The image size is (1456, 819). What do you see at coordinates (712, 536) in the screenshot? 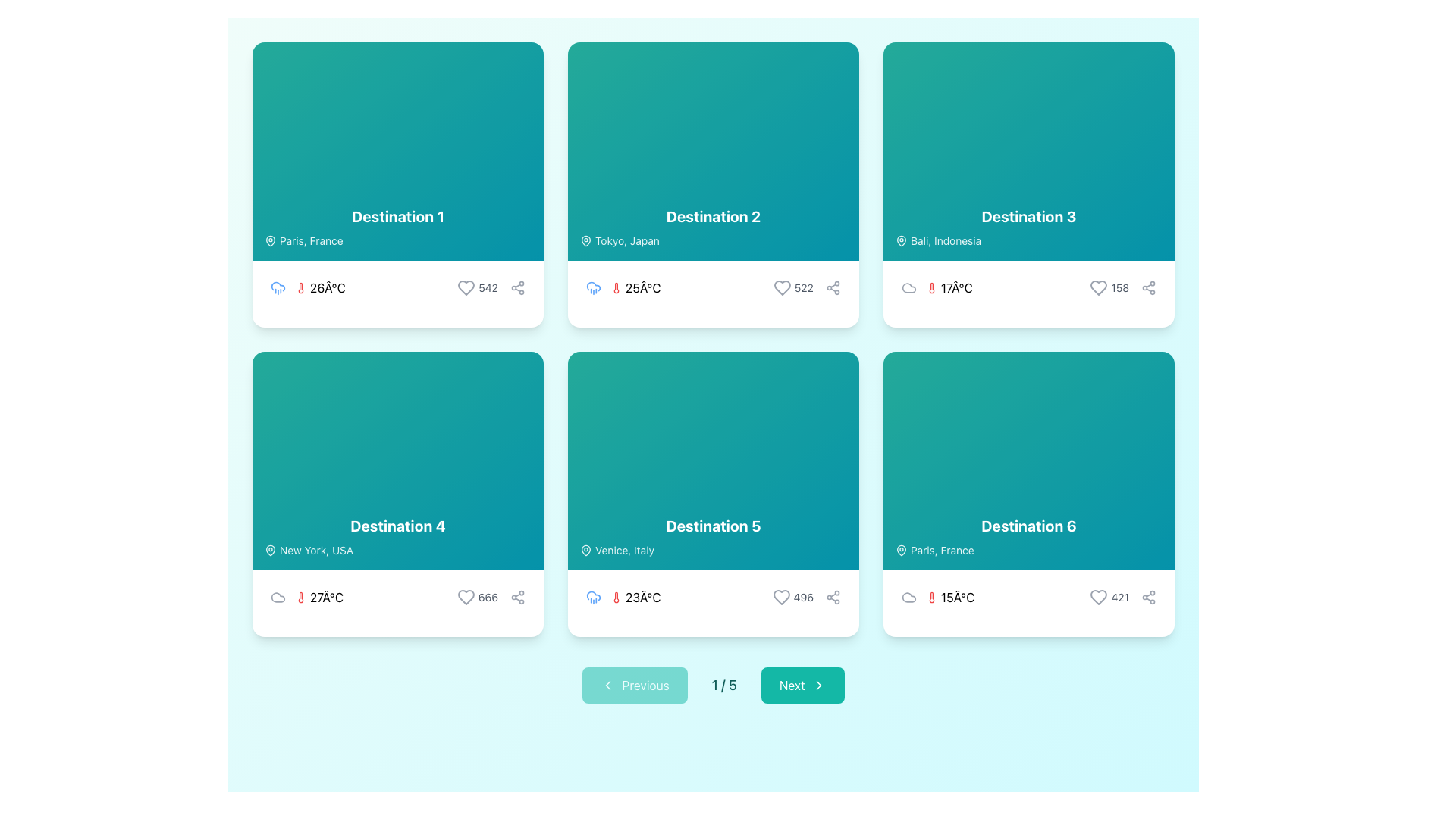
I see `text information from the Text block with embedded icon located at the center of the 'Destination 5' card in the middle column of the second row` at bounding box center [712, 536].